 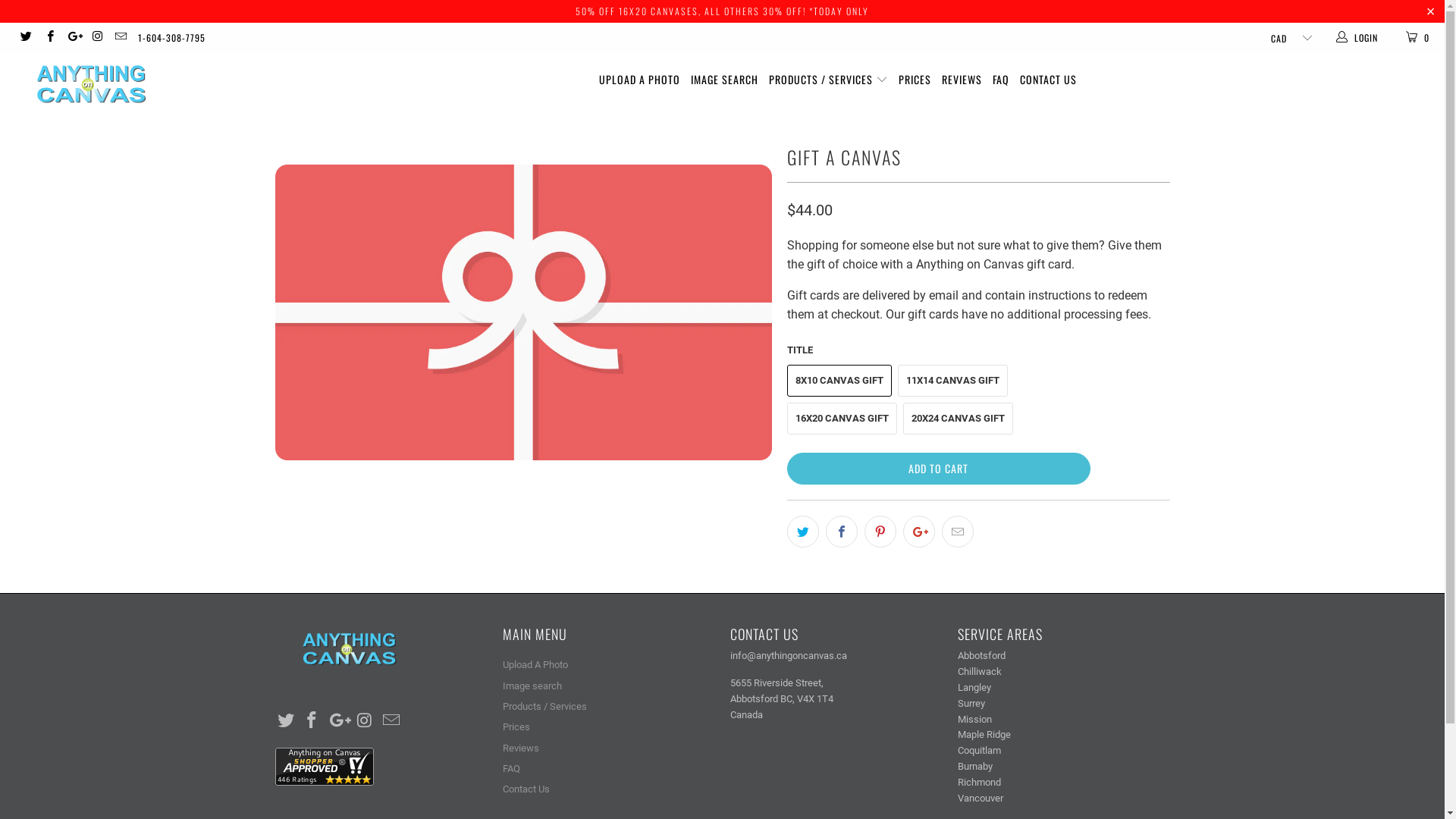 I want to click on 'Prices', so click(x=516, y=726).